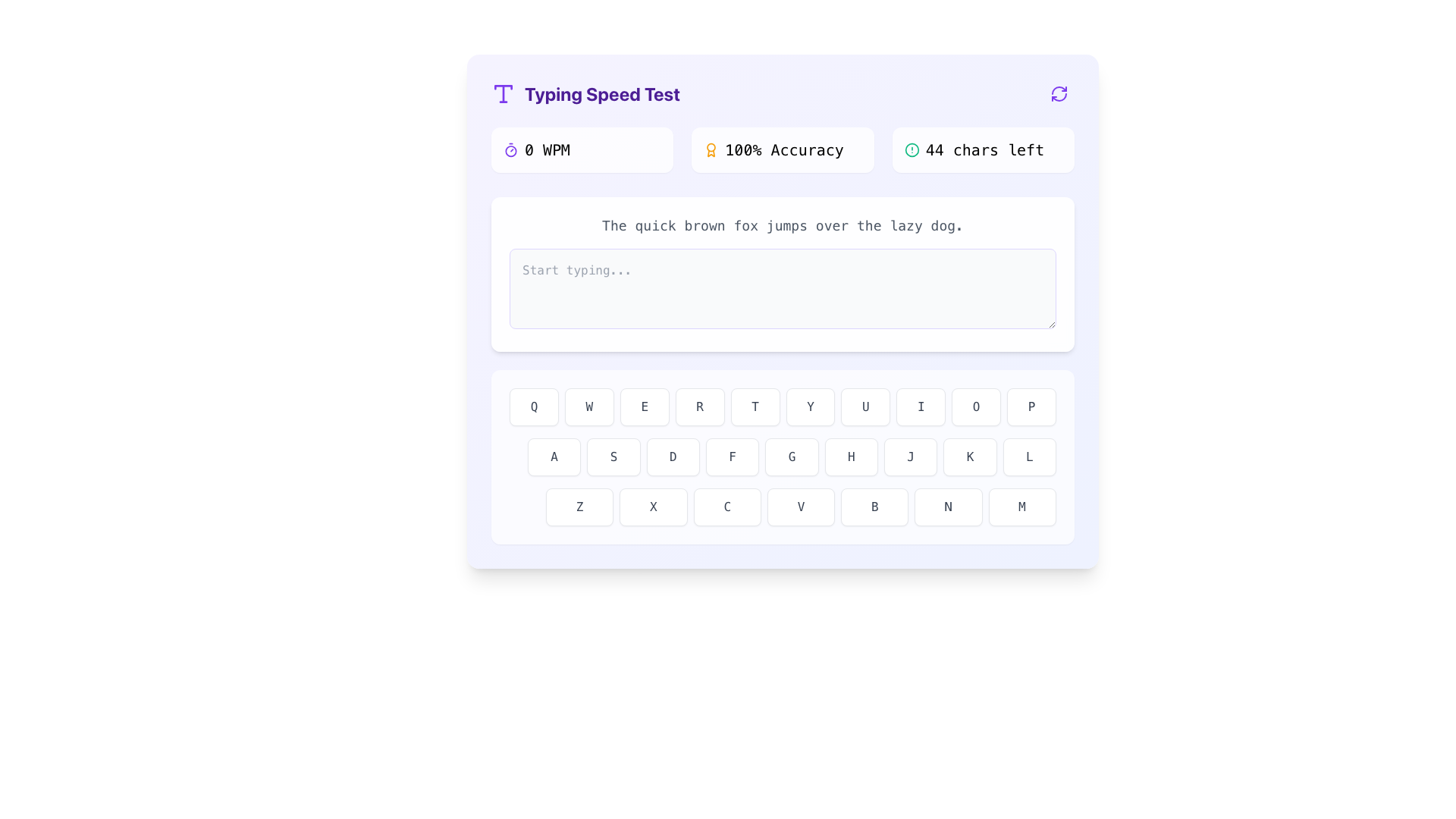 The width and height of the screenshot is (1456, 819). I want to click on the rounded rectangular button with a white background and gray border labeled 'P', so click(1031, 406).